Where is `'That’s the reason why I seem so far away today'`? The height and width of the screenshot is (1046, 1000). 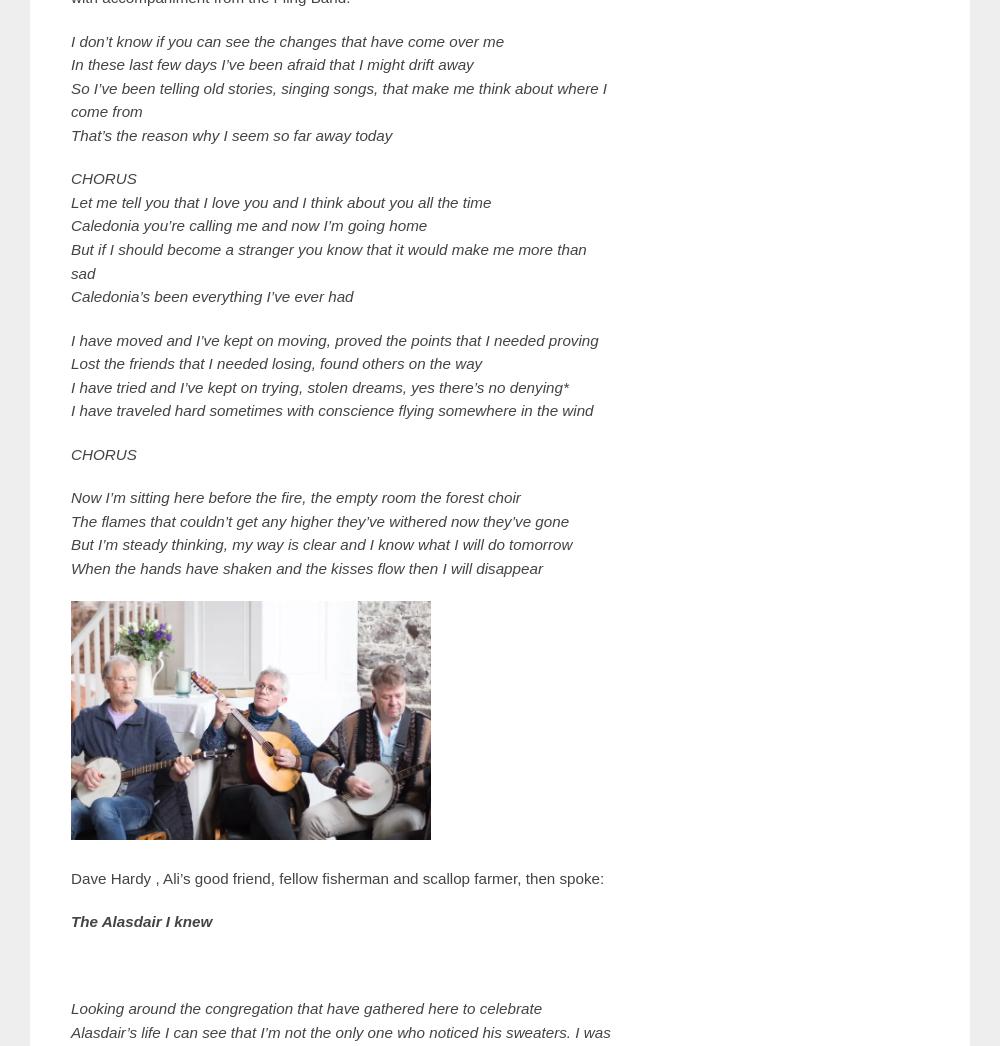 'That’s the reason why I seem so far away today' is located at coordinates (230, 133).